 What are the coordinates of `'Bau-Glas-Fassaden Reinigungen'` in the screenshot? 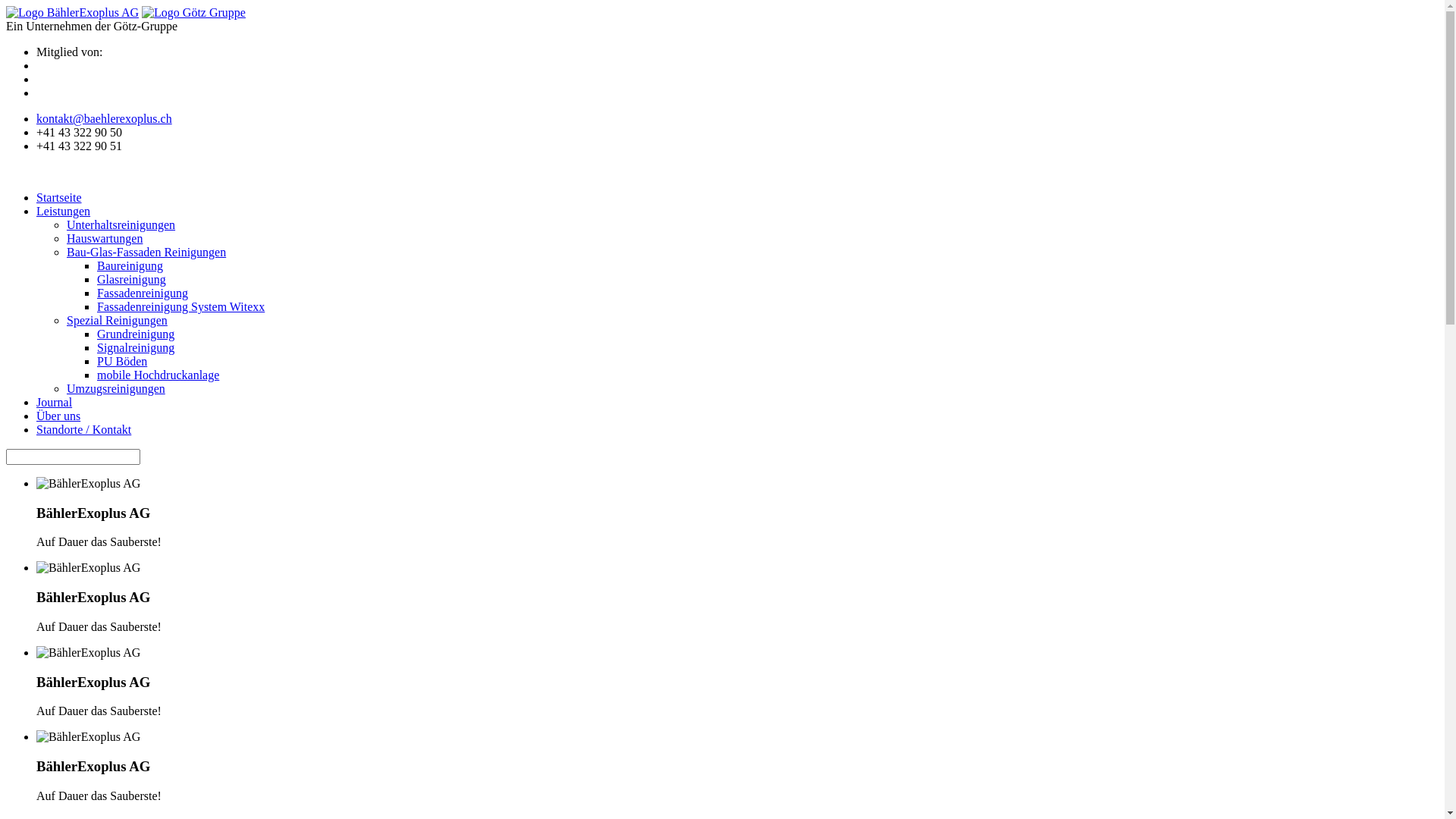 It's located at (65, 251).